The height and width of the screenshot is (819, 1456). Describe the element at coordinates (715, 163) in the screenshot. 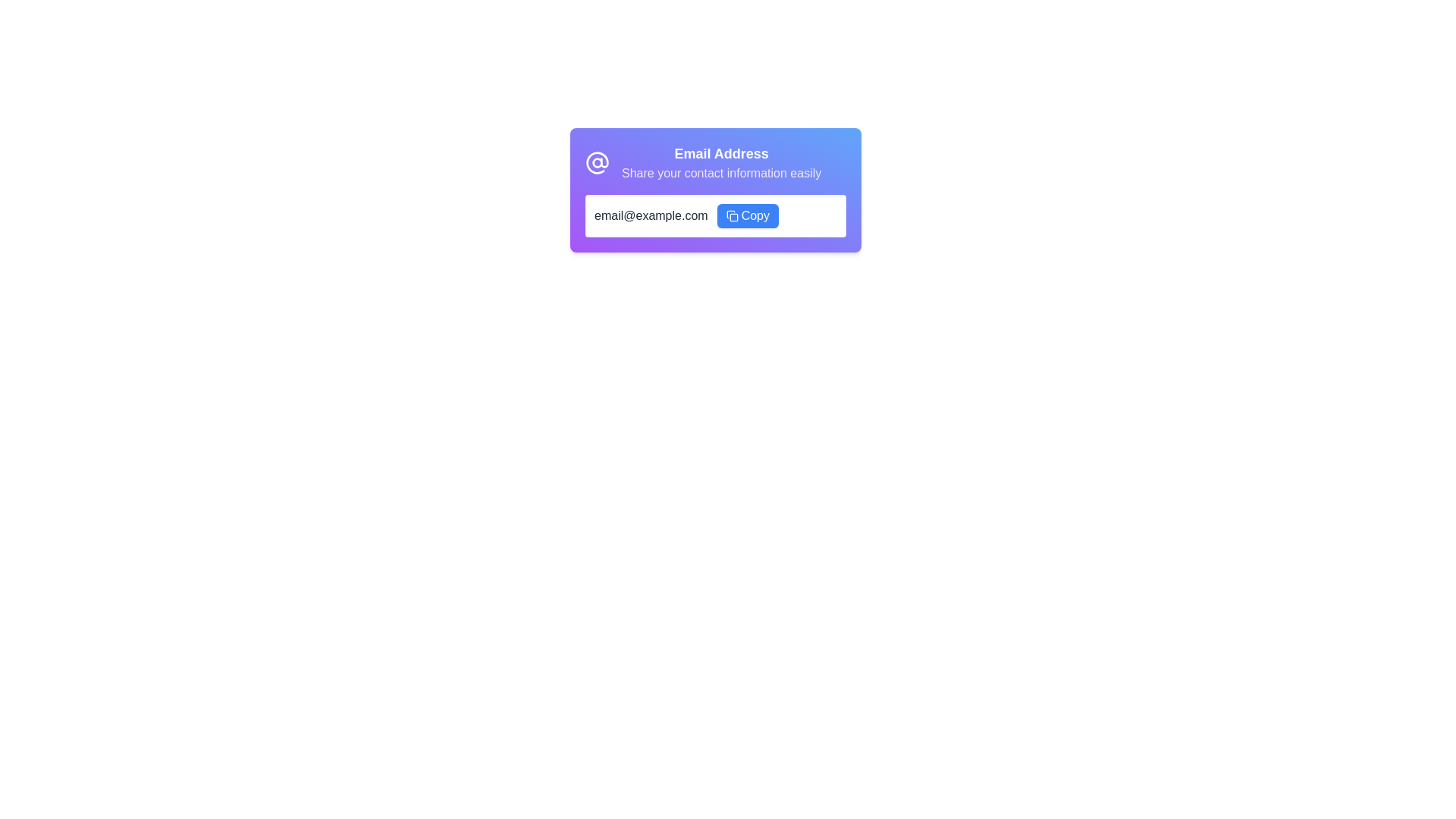

I see `the Text Block that has a purple gradient background, an '@' icon on the left, bold text 'Email Address' in white, and a smaller descriptive text 'Share your contact information easily' underneath` at that location.